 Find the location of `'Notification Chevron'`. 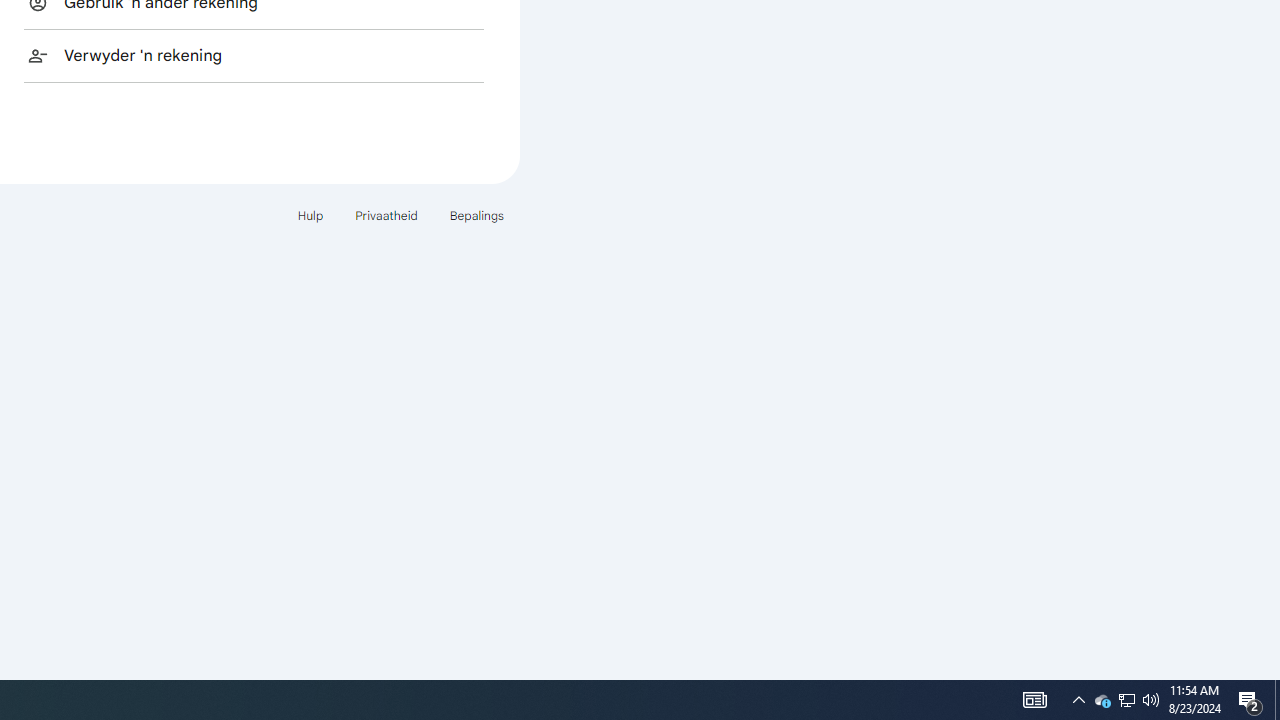

'Notification Chevron' is located at coordinates (1101, 698).